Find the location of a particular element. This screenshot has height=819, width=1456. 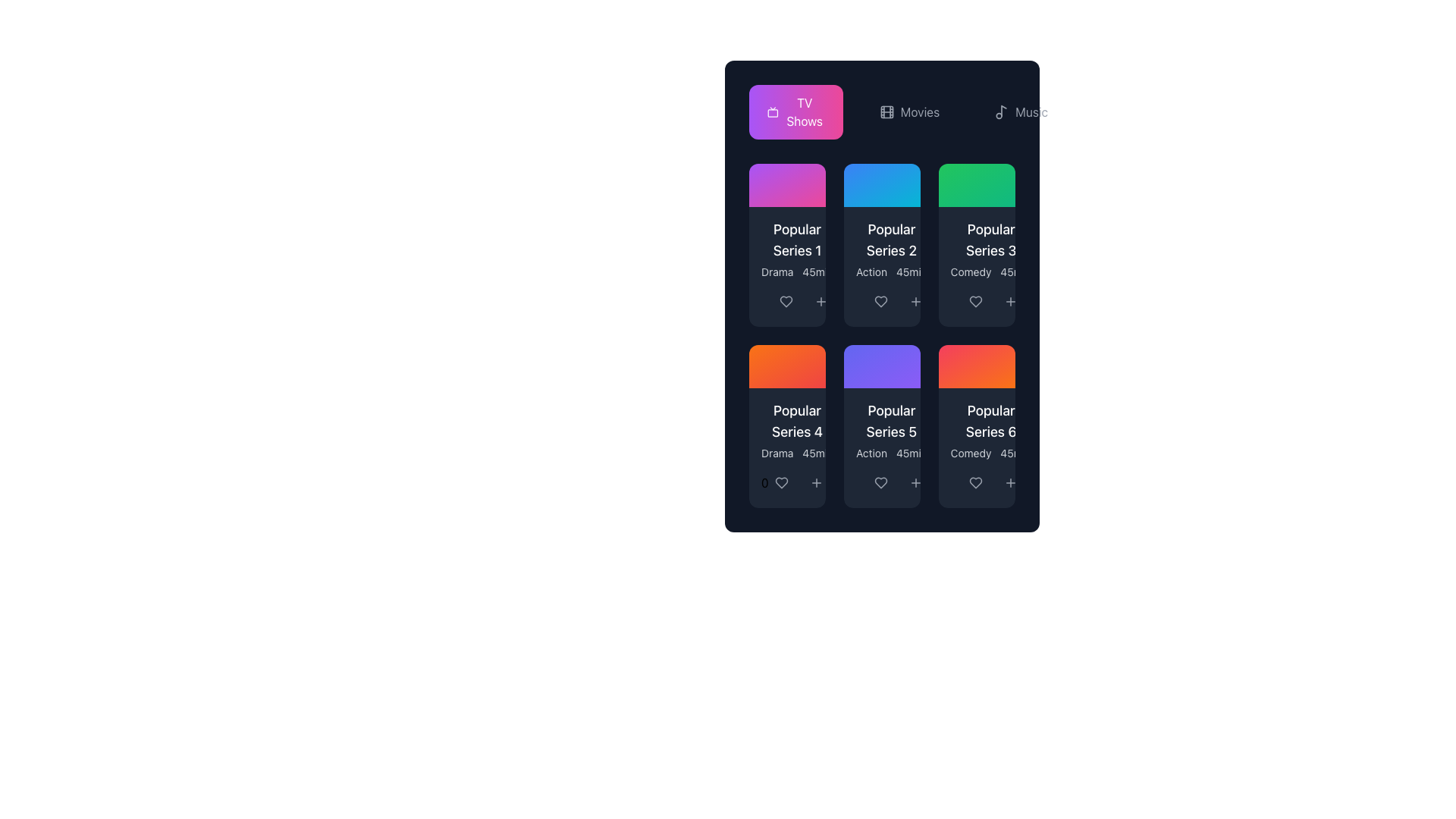

the '+' button located in the bottom-right corner of the 'Popular Series 6' card is located at coordinates (1011, 482).